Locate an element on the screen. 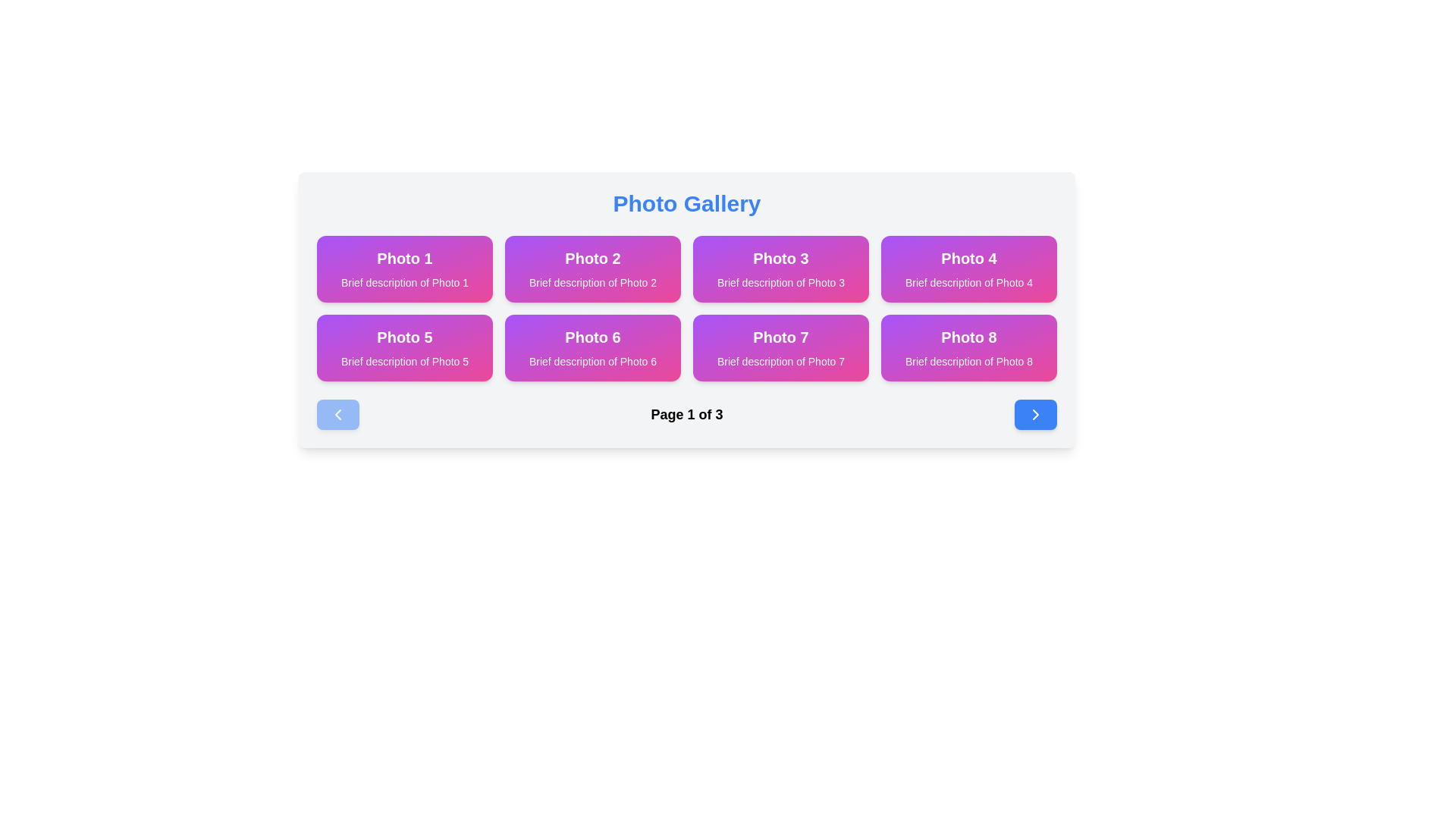 The height and width of the screenshot is (819, 1456). the photo gallery card located in the first row, second column, which provides a title and description for an associated photo or item is located at coordinates (592, 268).